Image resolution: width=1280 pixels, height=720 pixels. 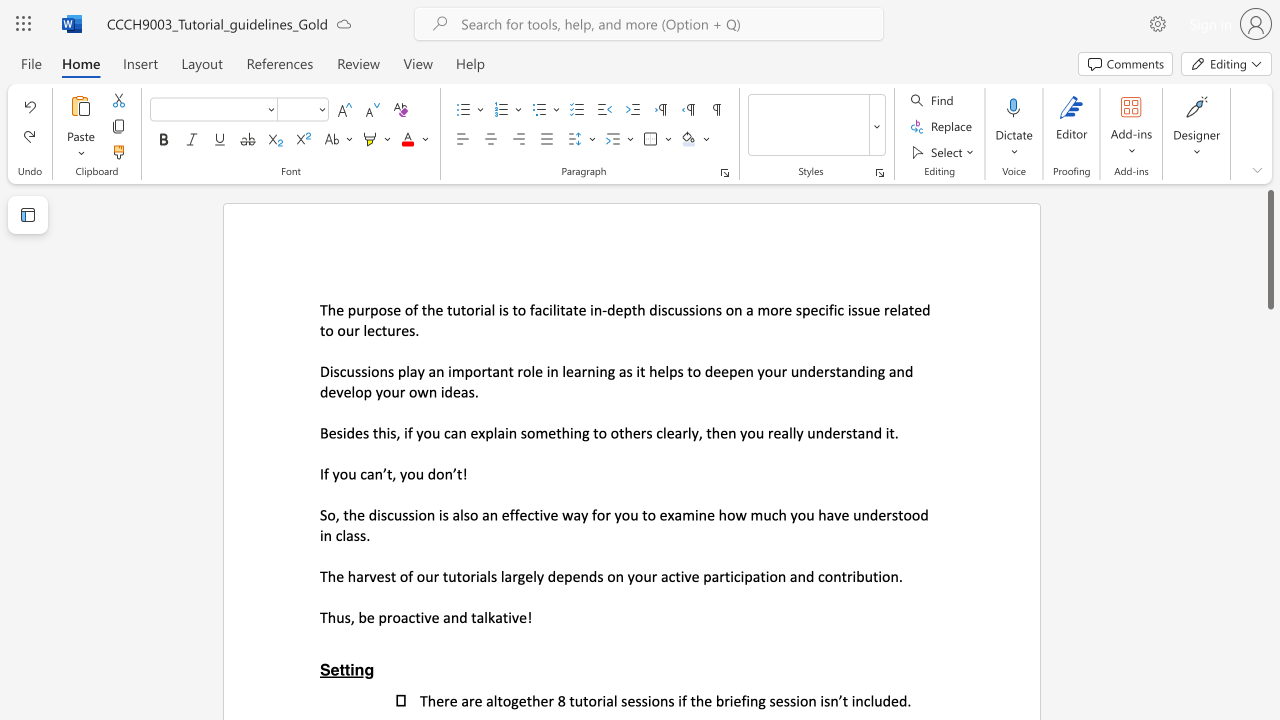 I want to click on the side scrollbar to bring the page down, so click(x=1269, y=598).